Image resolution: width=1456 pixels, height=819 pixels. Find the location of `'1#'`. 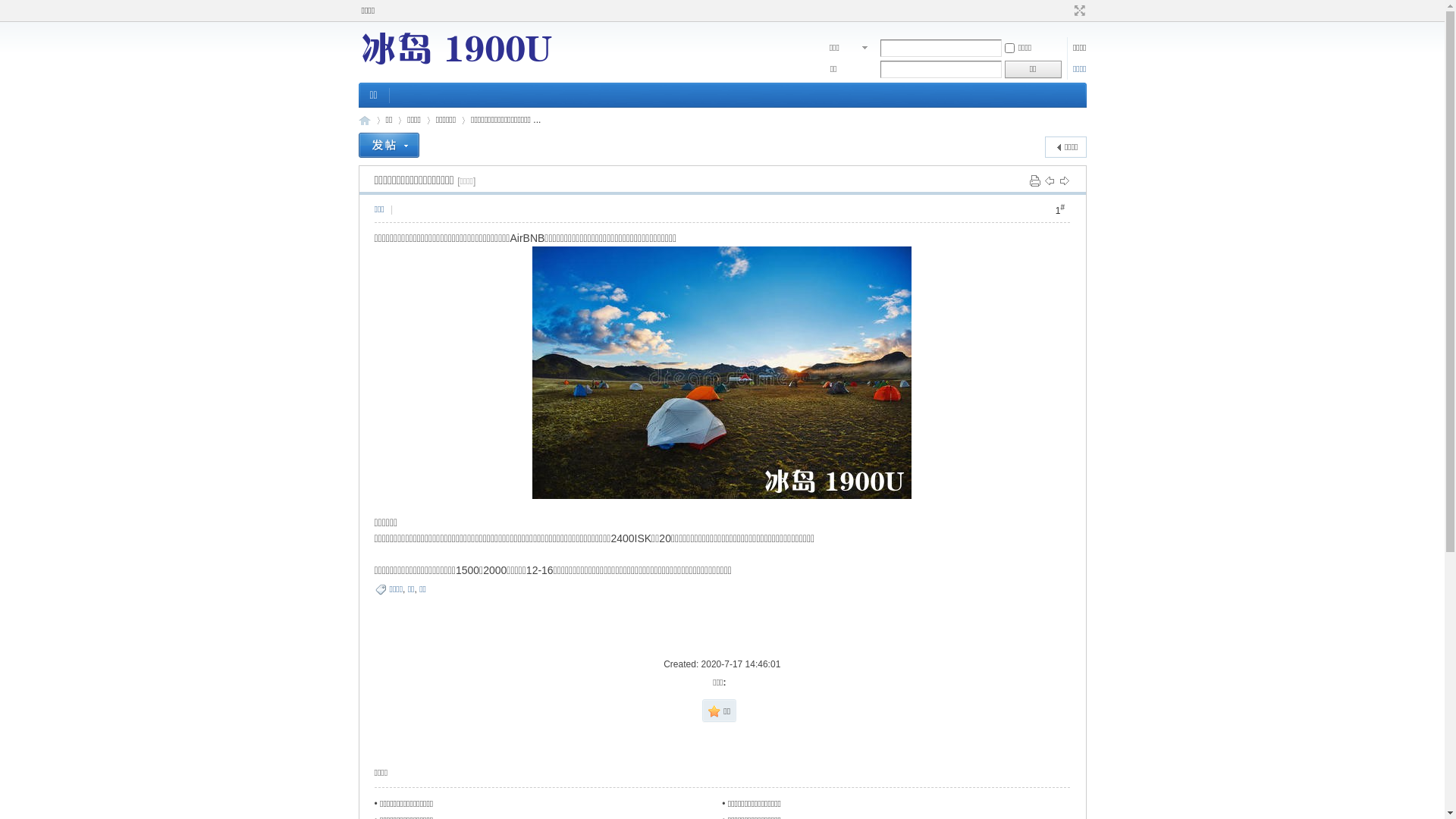

'1#' is located at coordinates (1050, 209).